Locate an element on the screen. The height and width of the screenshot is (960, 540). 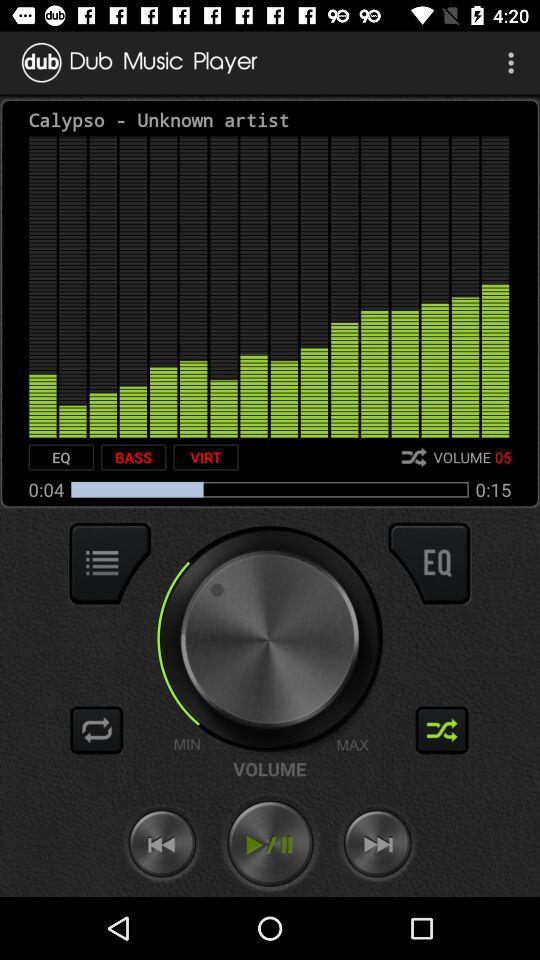
icon next to the  virt is located at coordinates (133, 457).